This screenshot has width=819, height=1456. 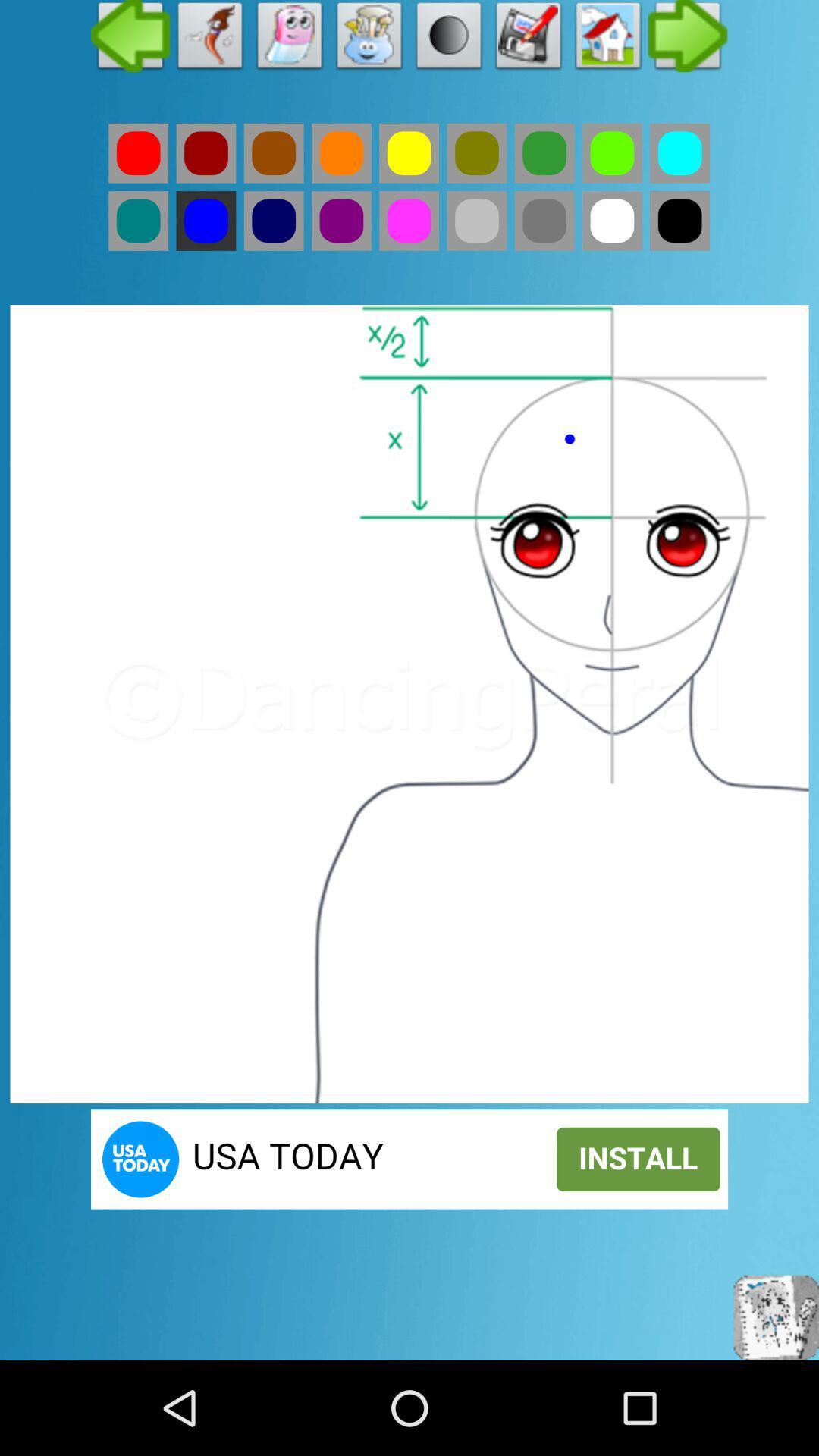 What do you see at coordinates (138, 153) in the screenshot?
I see `choose red colour` at bounding box center [138, 153].